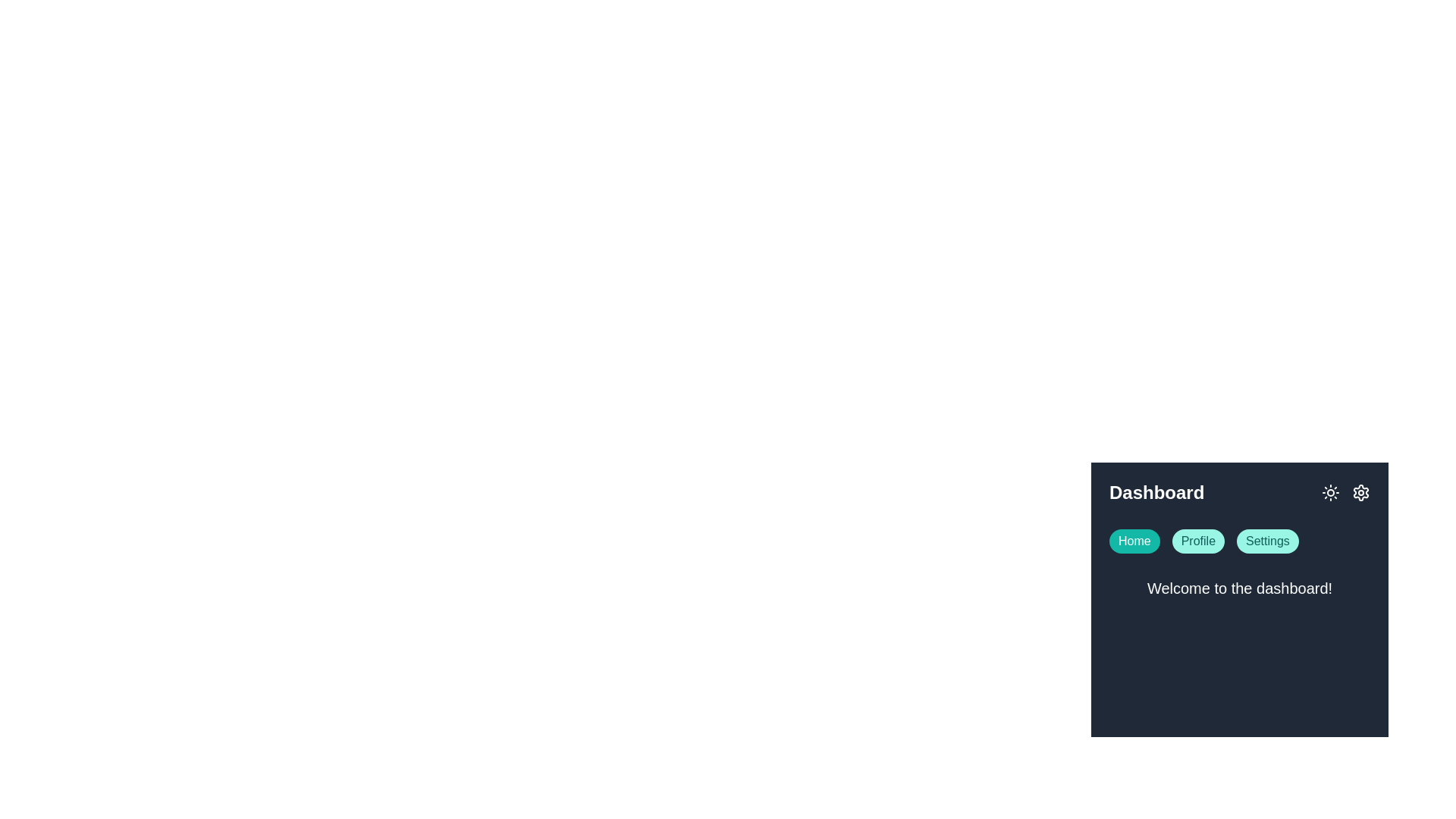 The height and width of the screenshot is (819, 1456). I want to click on the welcoming message static text located below the buttons labeled 'Home,' 'Profile,' and 'Settings' in the dashboard layout, so click(1240, 587).